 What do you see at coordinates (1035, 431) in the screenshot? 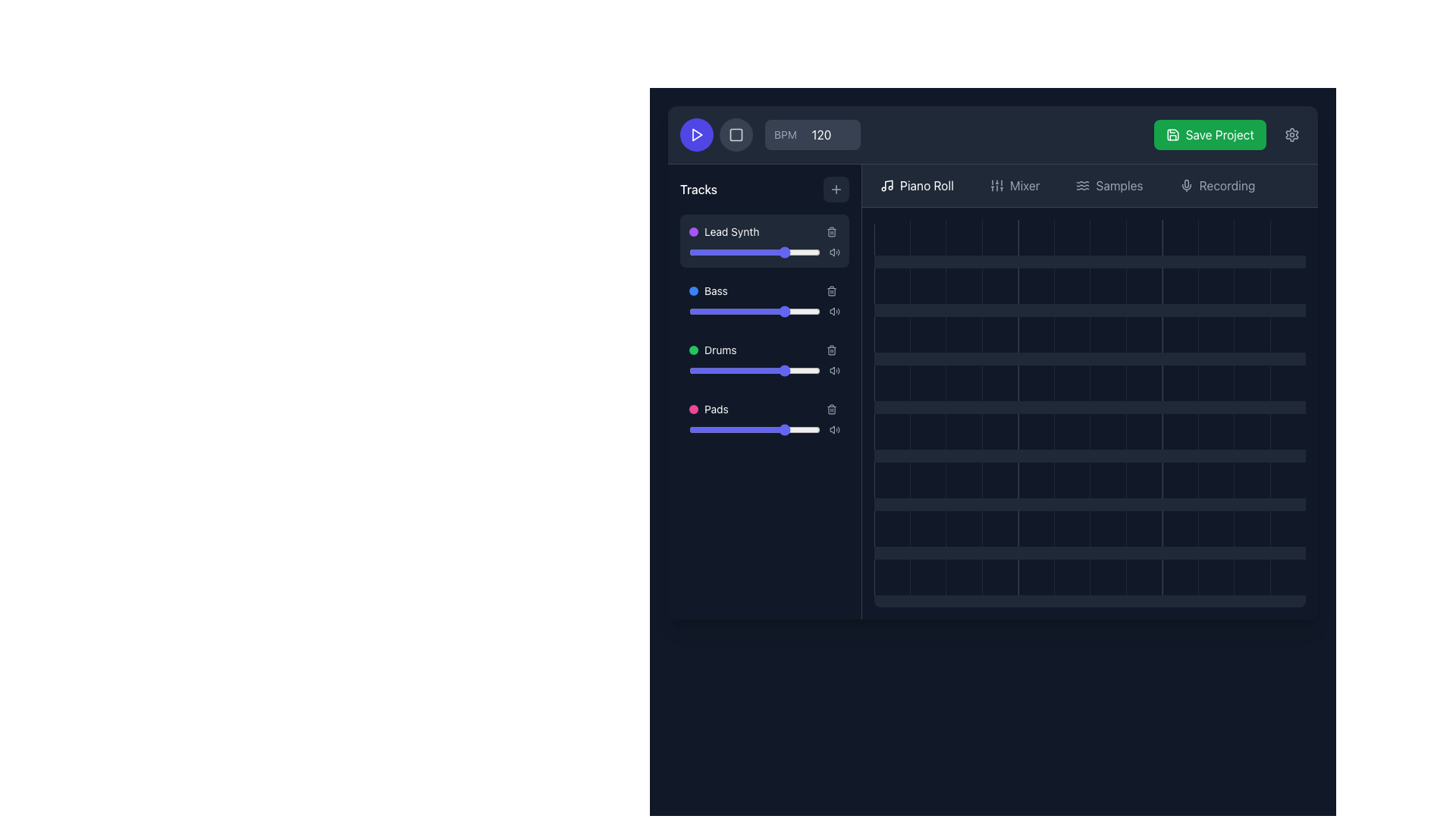
I see `the grid cell located in the fifth column and fifth row by clicking on it` at bounding box center [1035, 431].